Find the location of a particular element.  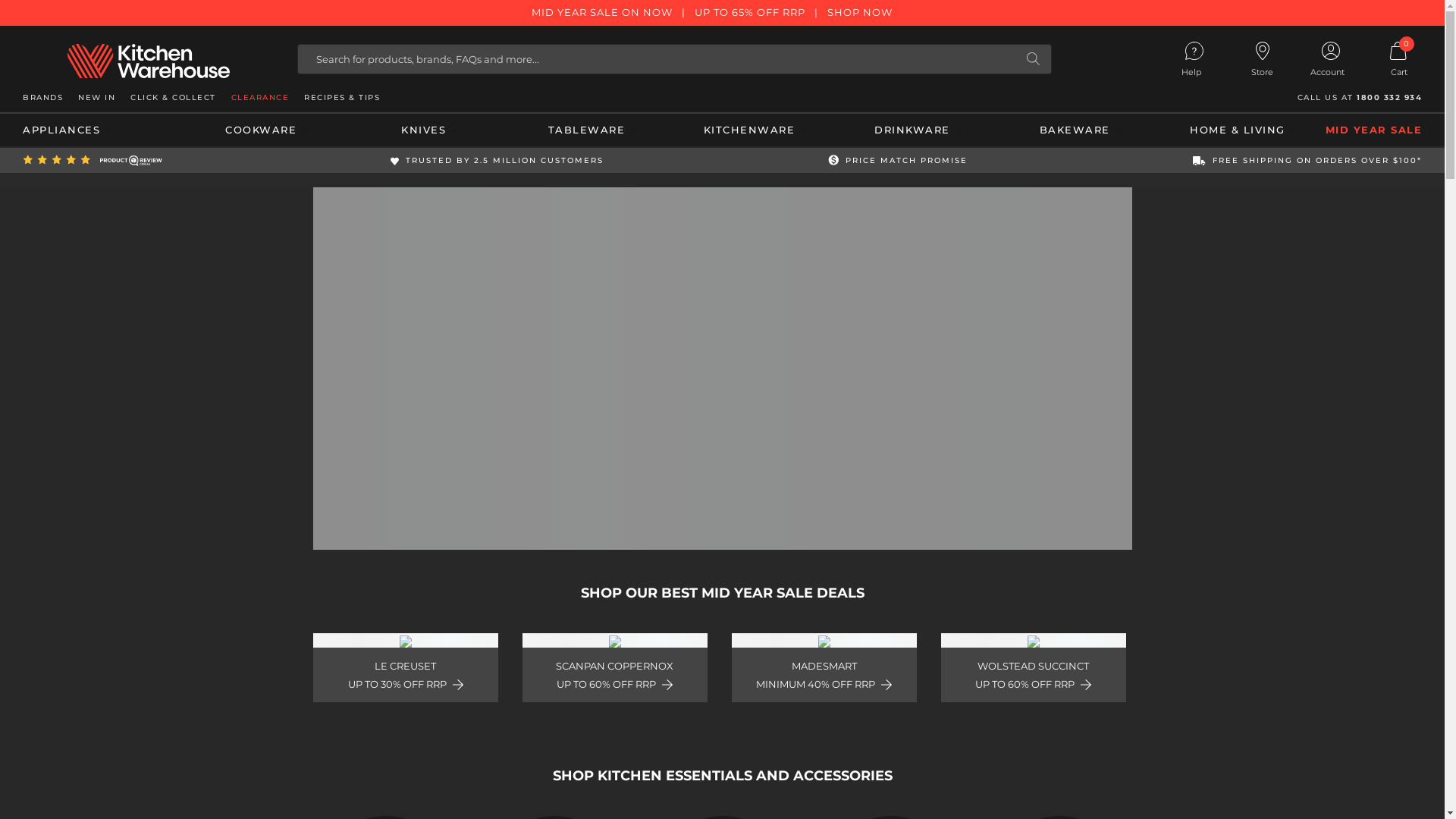

'CLEARANCE' is located at coordinates (259, 97).